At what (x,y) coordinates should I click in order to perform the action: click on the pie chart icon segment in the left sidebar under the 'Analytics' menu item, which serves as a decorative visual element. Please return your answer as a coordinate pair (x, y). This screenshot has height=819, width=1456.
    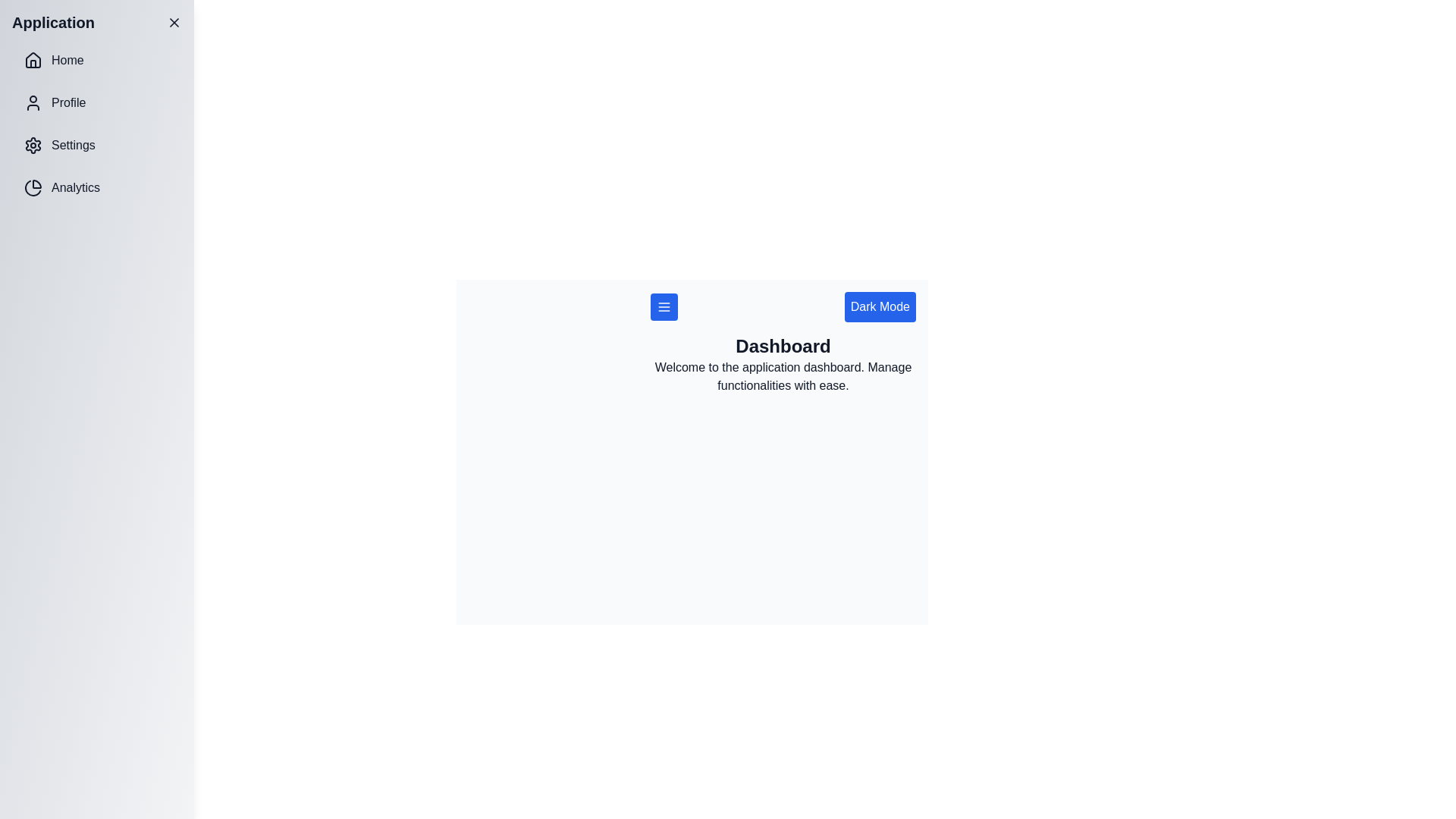
    Looking at the image, I should click on (33, 187).